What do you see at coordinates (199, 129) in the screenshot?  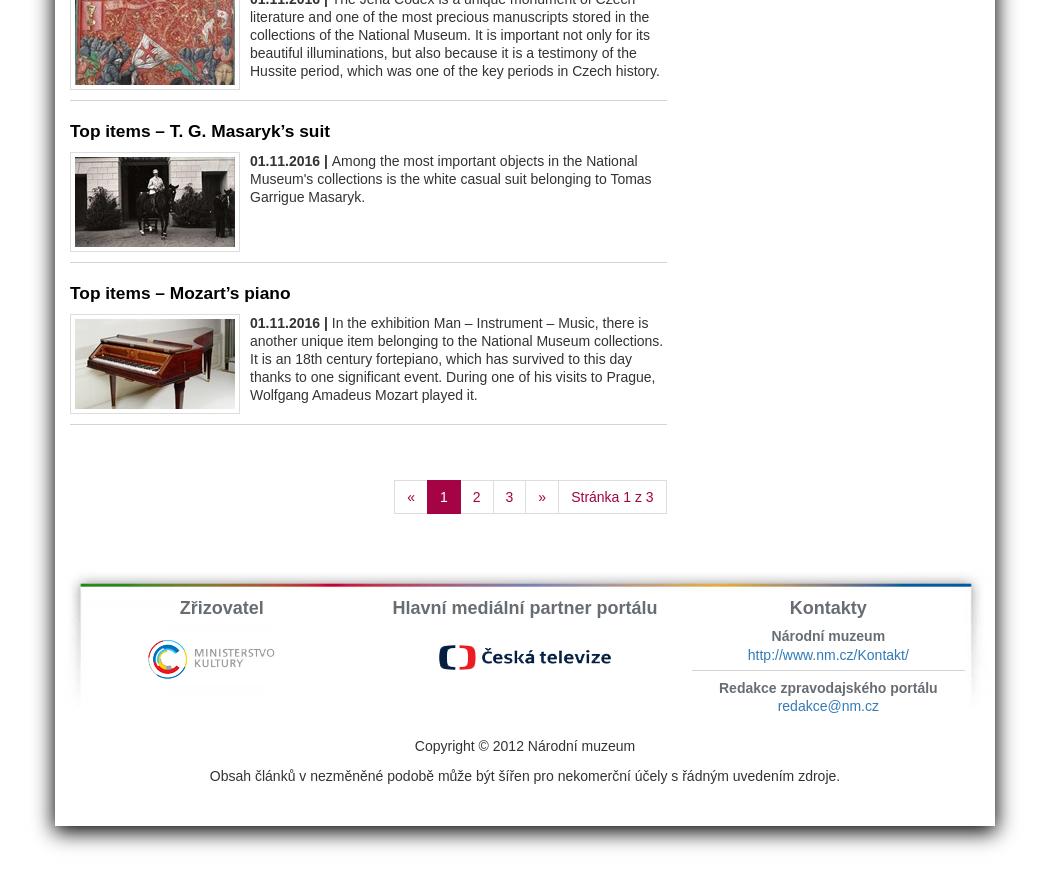 I see `'Top items – T. G. Masaryk’s suit'` at bounding box center [199, 129].